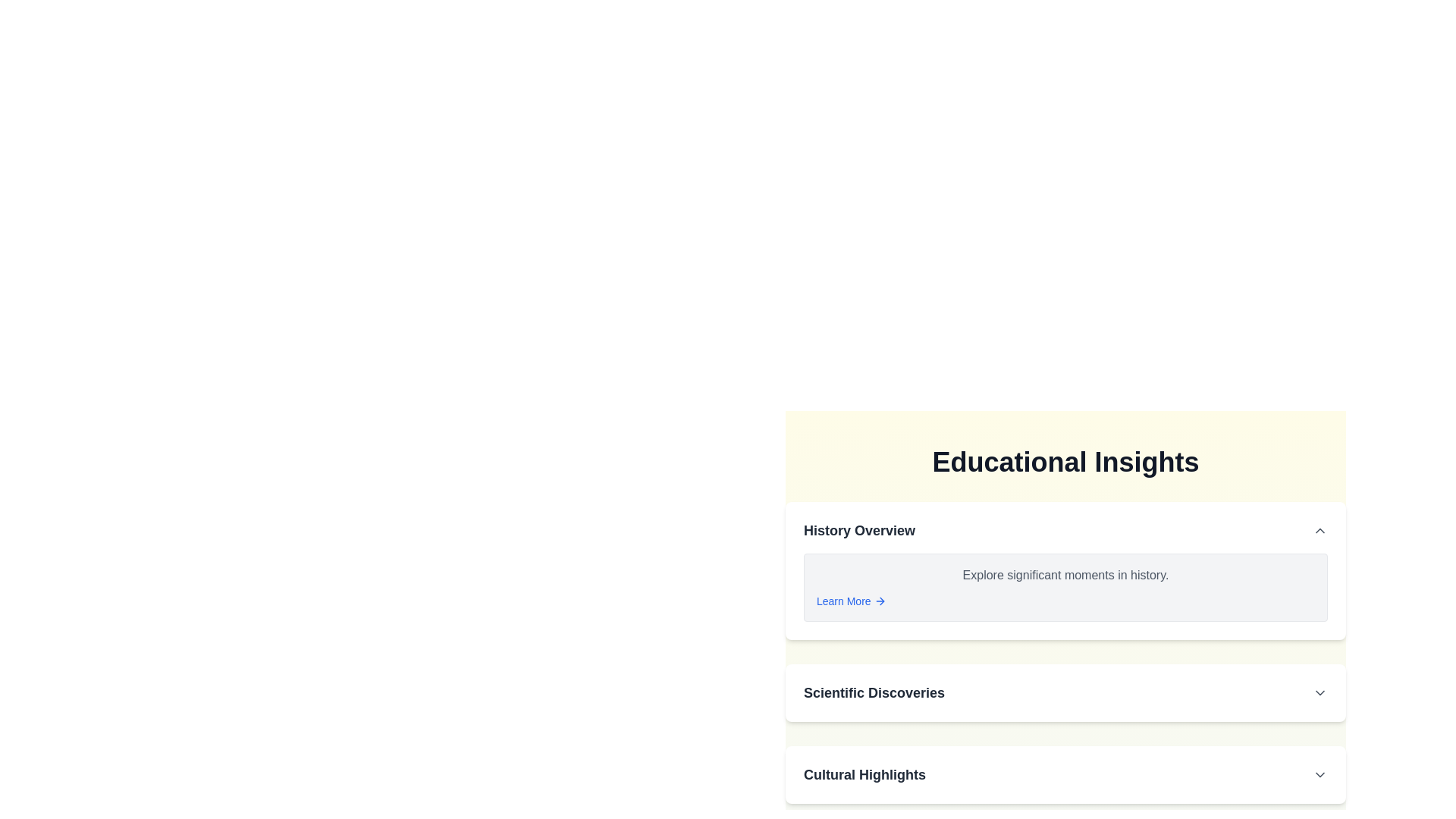  What do you see at coordinates (1319, 529) in the screenshot?
I see `the Chevron-up icon button located at the far-right corner of the 'History Overview' header` at bounding box center [1319, 529].